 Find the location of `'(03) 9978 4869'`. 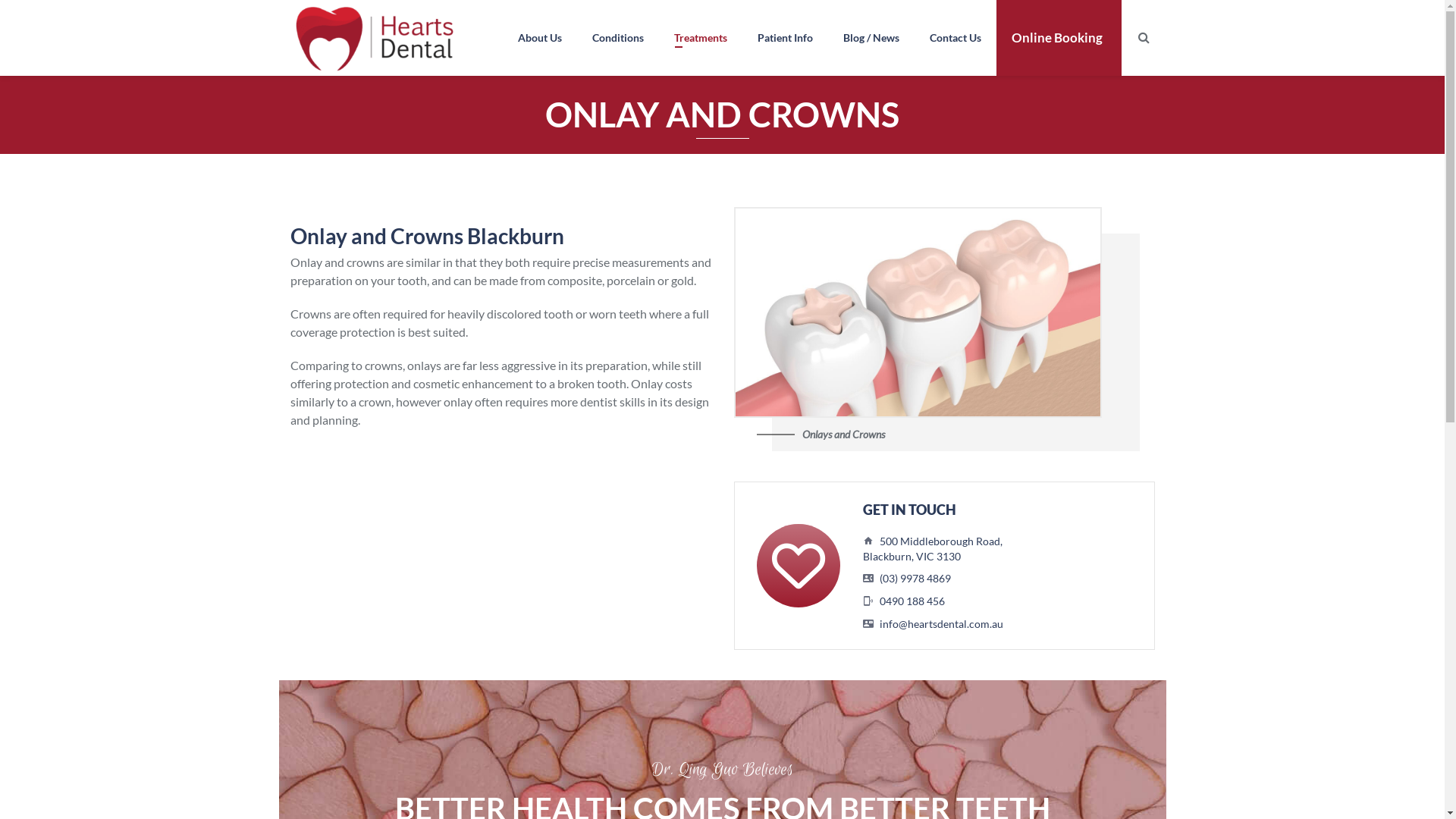

'(03) 9978 4869' is located at coordinates (914, 578).